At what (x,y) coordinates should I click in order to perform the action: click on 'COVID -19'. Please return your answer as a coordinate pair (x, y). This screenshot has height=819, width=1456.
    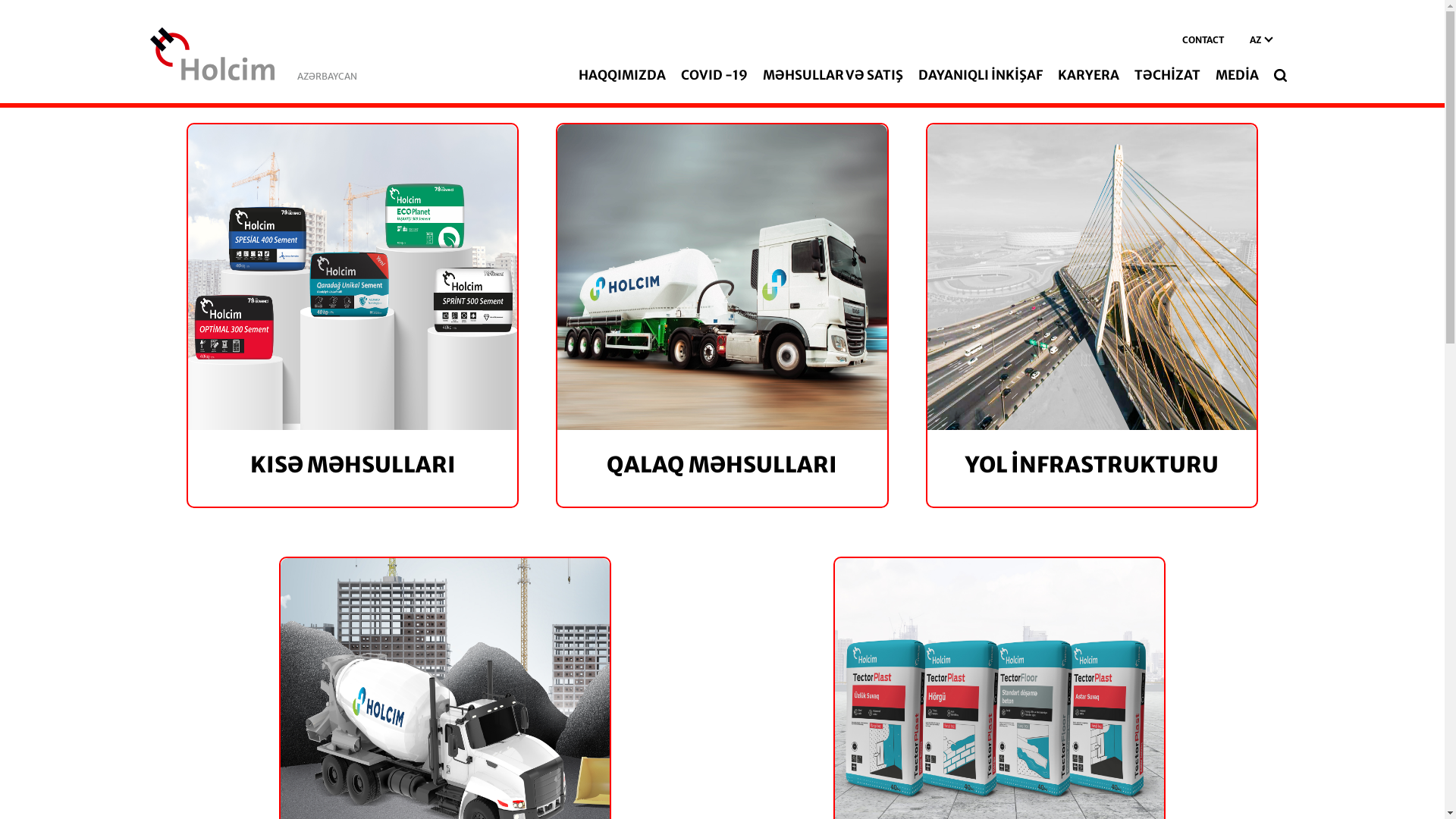
    Looking at the image, I should click on (713, 75).